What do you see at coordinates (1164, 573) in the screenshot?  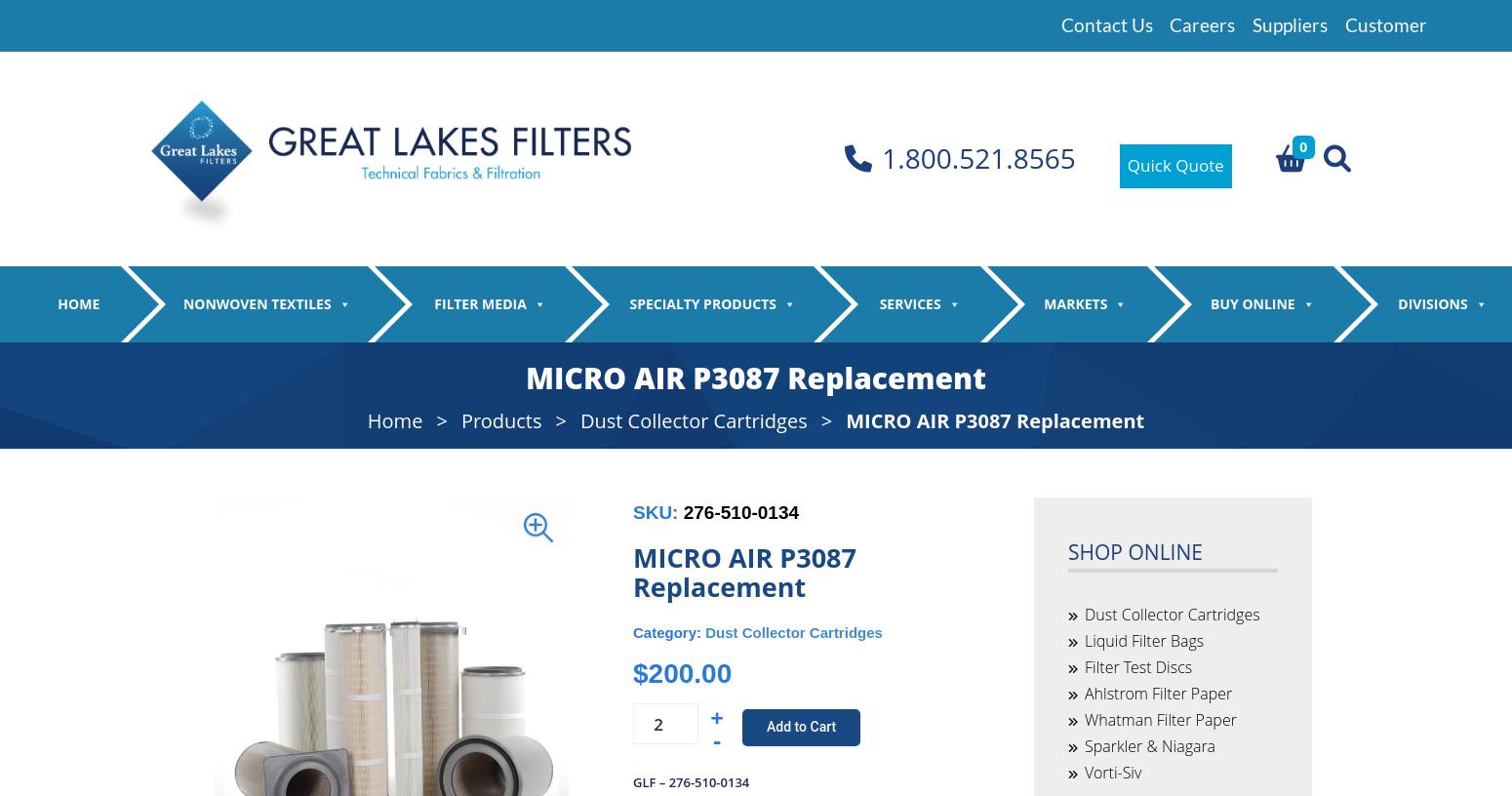 I see `'Sparkler & Niagara'` at bounding box center [1164, 573].